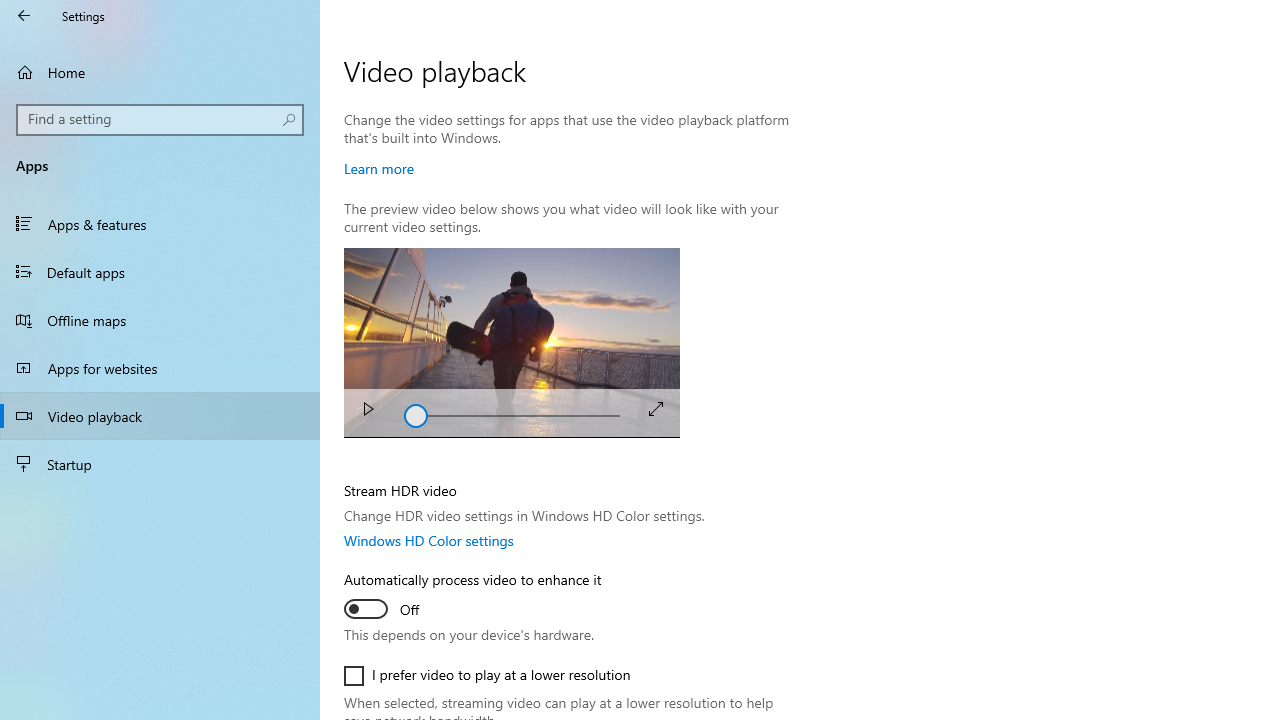 The width and height of the screenshot is (1280, 720). I want to click on 'Full Screen', so click(656, 407).